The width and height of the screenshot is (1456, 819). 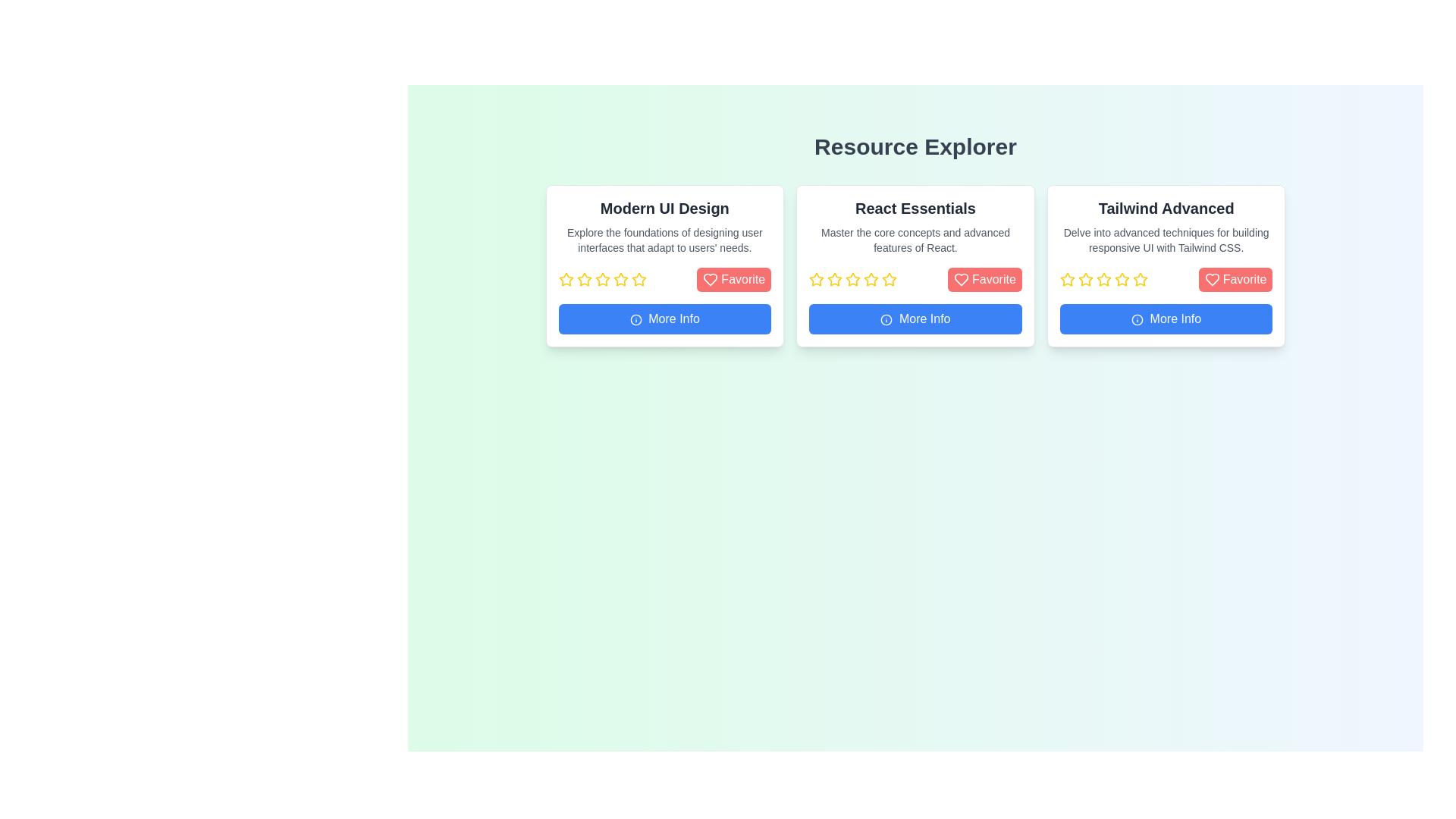 What do you see at coordinates (915, 239) in the screenshot?
I see `the text element that provides a brief description of the 'React Essentials' section, located below the title and above the star icons and 'Favorite' button` at bounding box center [915, 239].